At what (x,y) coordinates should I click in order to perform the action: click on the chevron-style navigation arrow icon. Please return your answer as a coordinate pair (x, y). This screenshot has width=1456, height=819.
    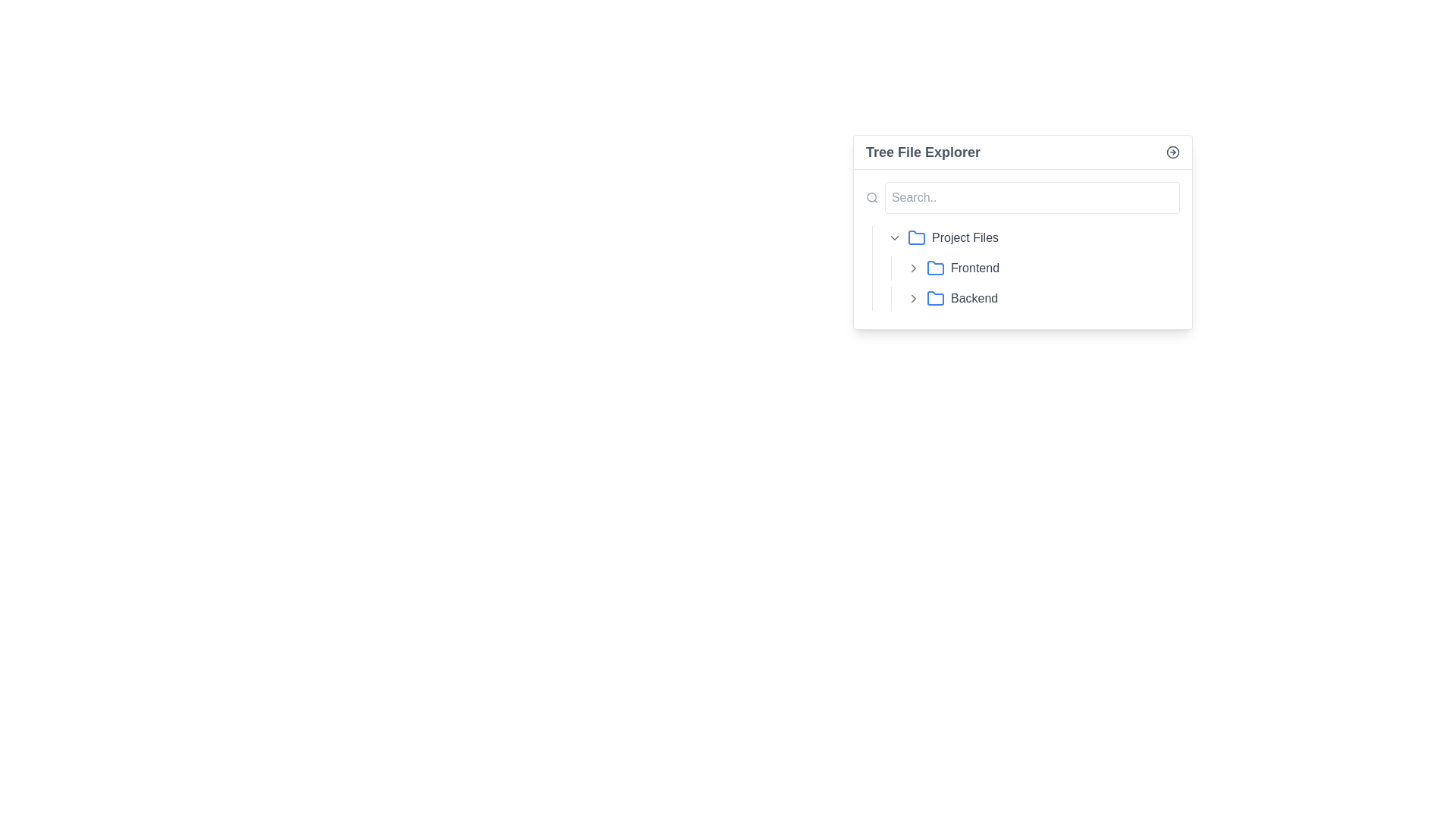
    Looking at the image, I should click on (912, 268).